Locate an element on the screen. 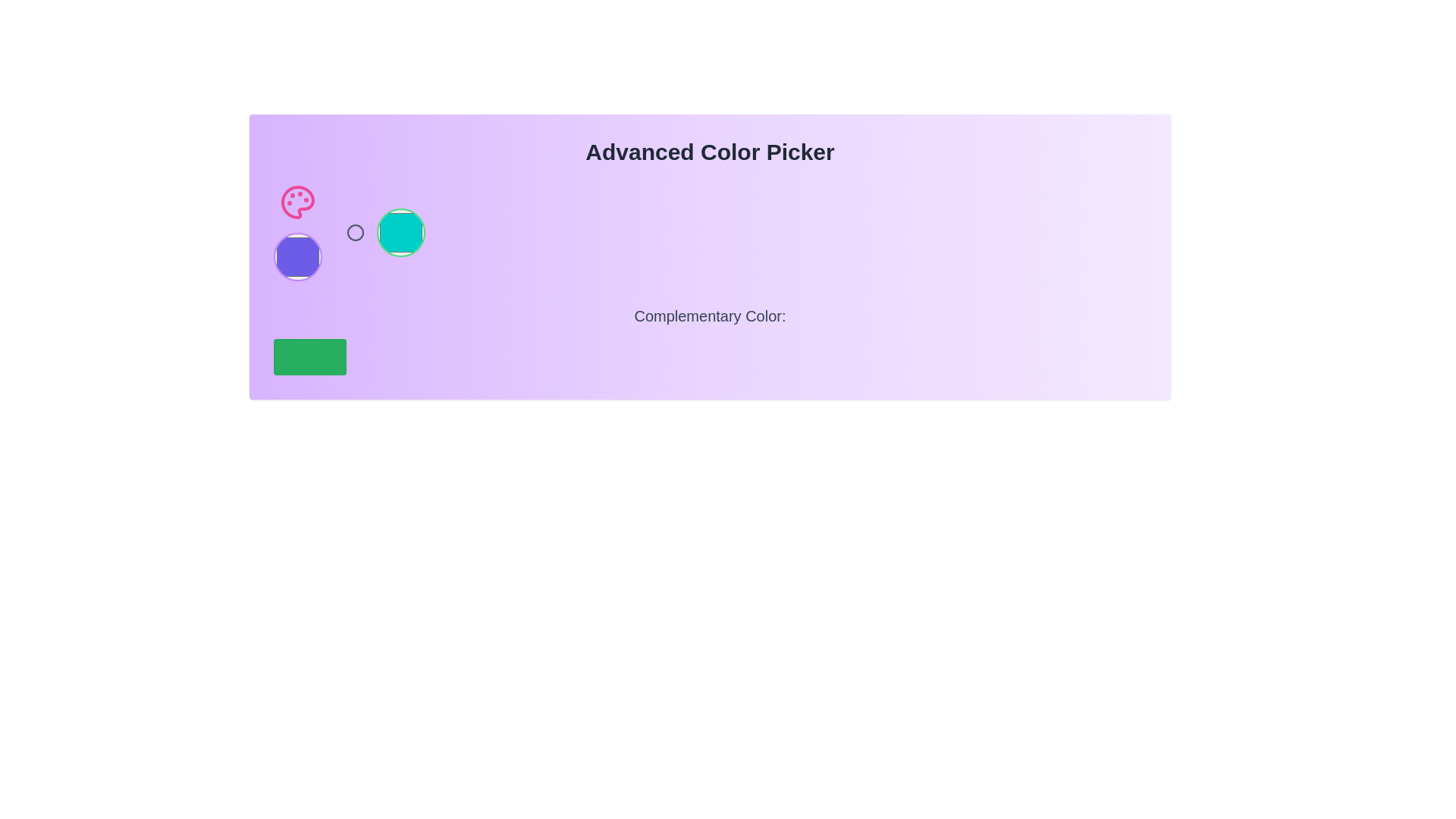  the vibrant purple circular Color selection button located beneath the palette symbol icon is located at coordinates (298, 233).